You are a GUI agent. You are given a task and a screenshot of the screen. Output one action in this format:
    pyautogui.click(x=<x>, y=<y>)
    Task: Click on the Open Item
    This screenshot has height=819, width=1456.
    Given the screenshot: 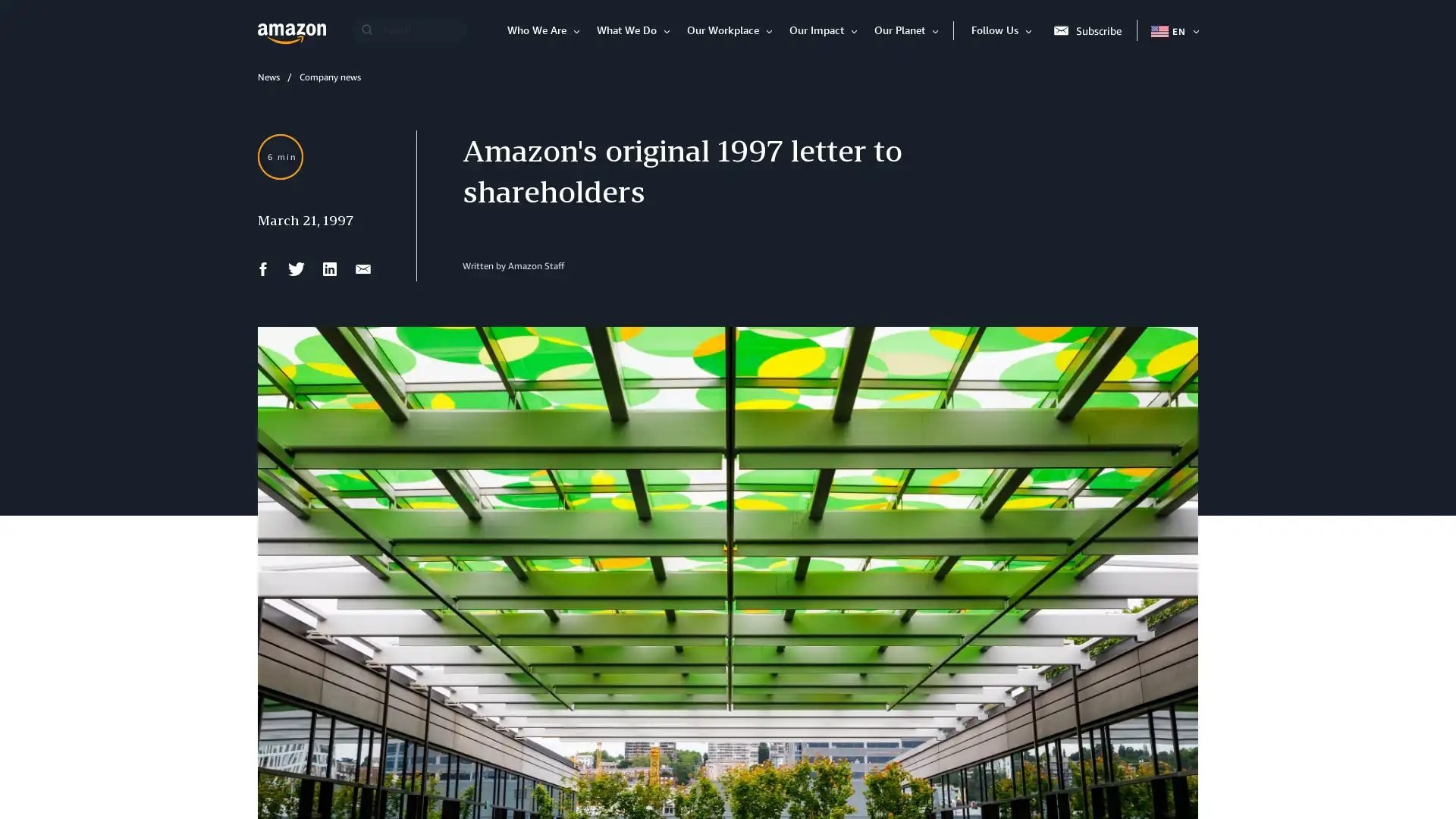 What is the action you would take?
    pyautogui.click(x=771, y=30)
    